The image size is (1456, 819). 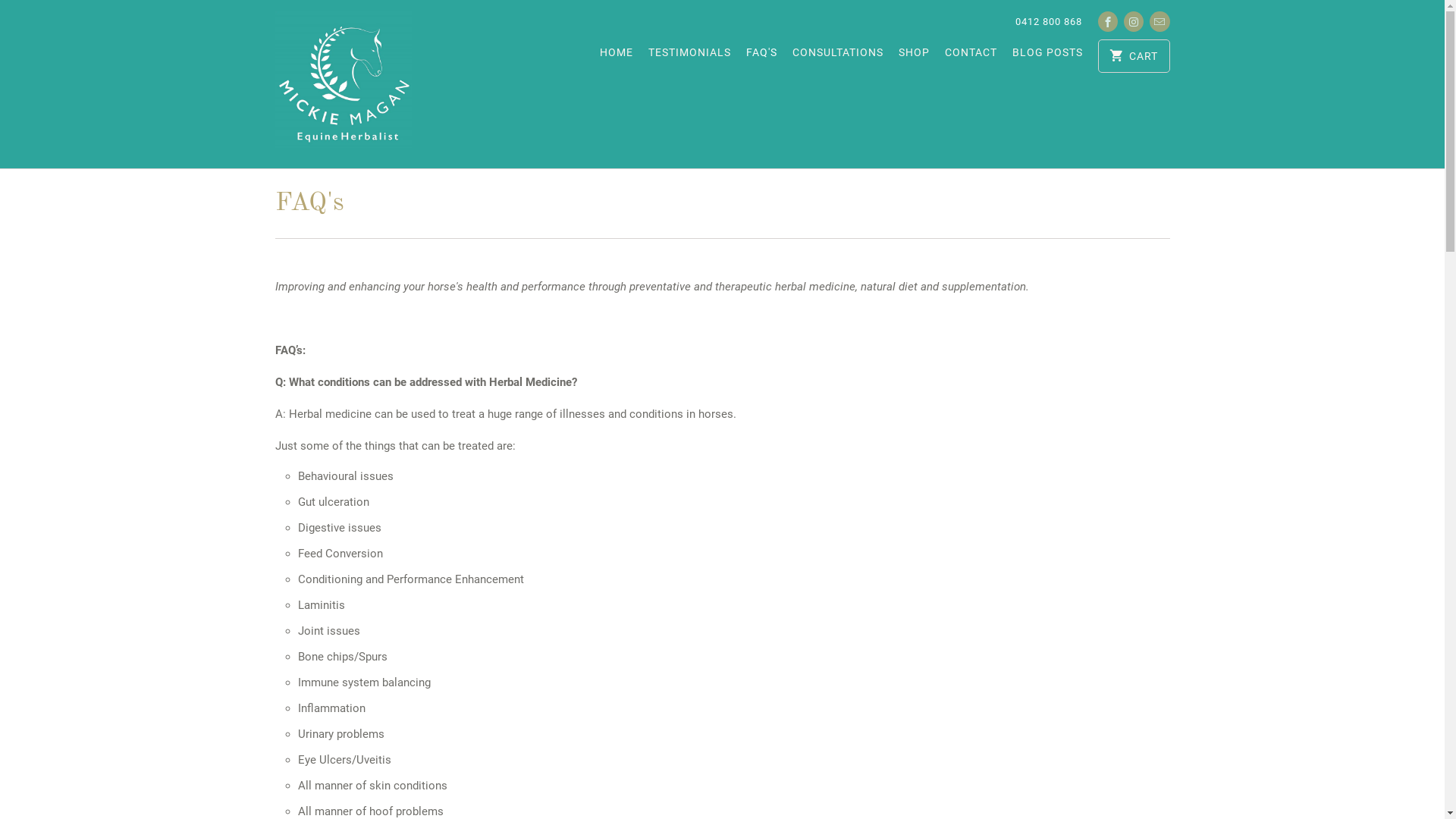 What do you see at coordinates (616, 55) in the screenshot?
I see `'HOME'` at bounding box center [616, 55].